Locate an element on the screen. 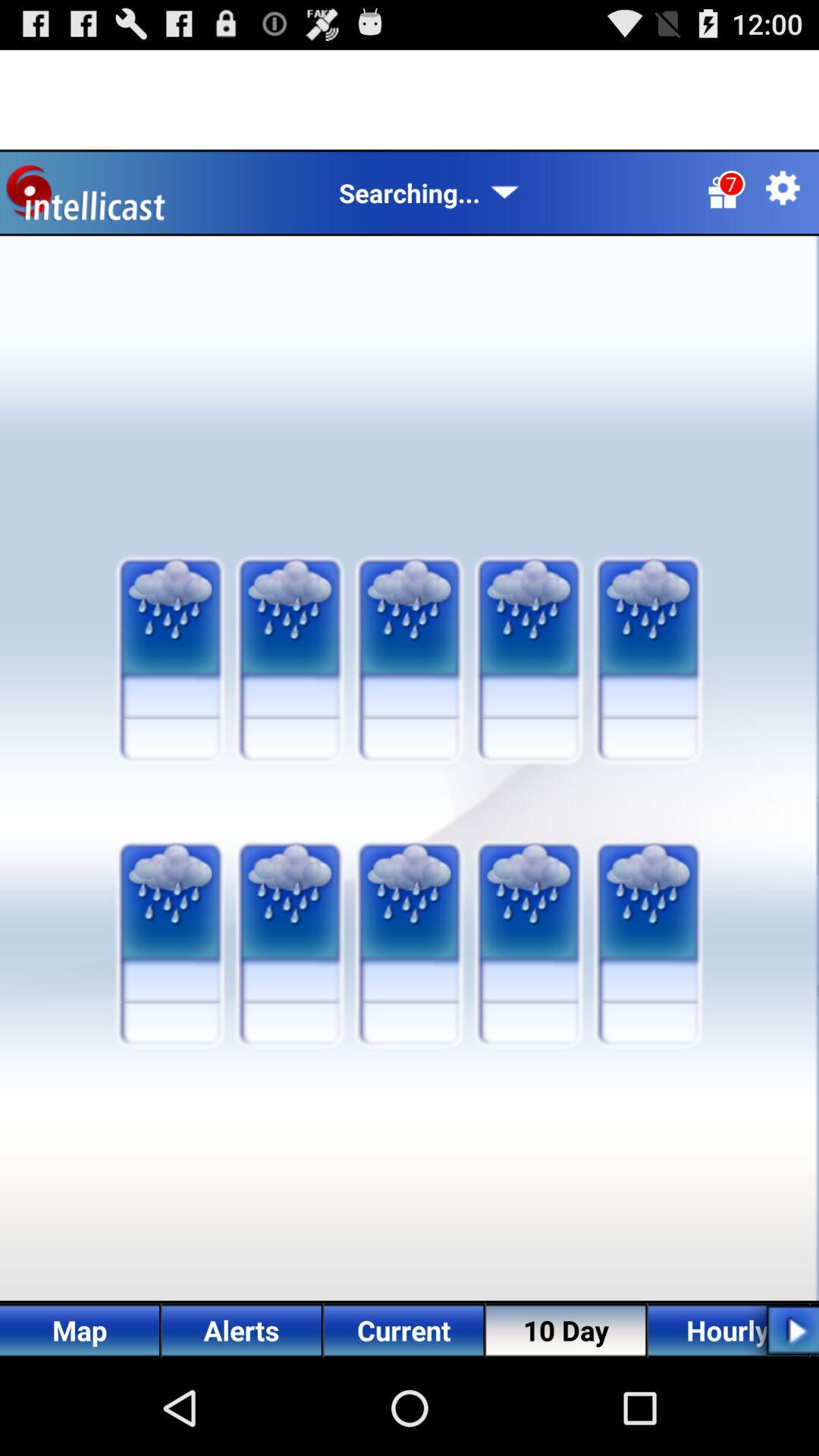 The image size is (819, 1456). the text searching along with the drop down button is located at coordinates (429, 192).